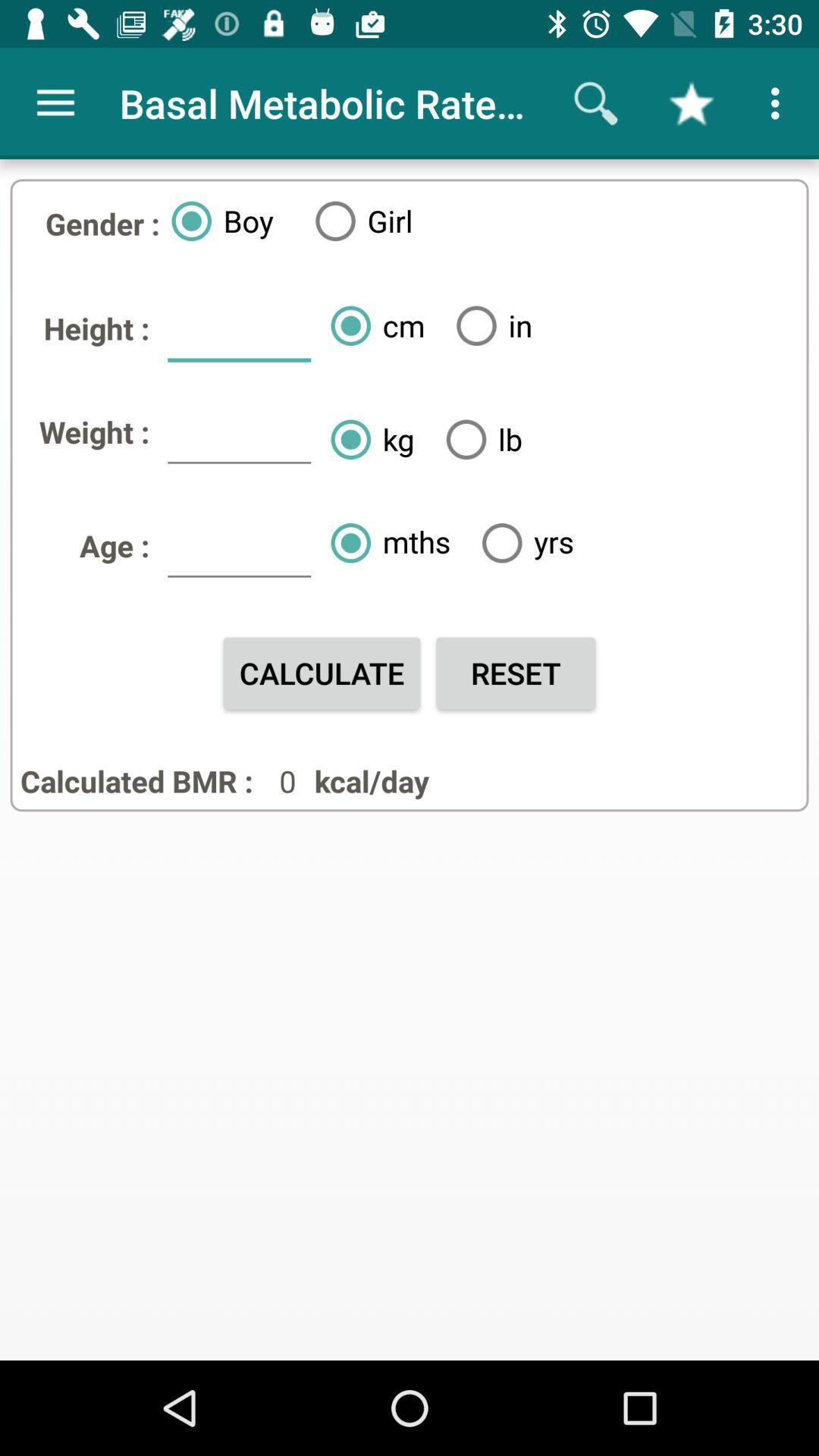  I want to click on the item to the right of the kg item, so click(479, 438).